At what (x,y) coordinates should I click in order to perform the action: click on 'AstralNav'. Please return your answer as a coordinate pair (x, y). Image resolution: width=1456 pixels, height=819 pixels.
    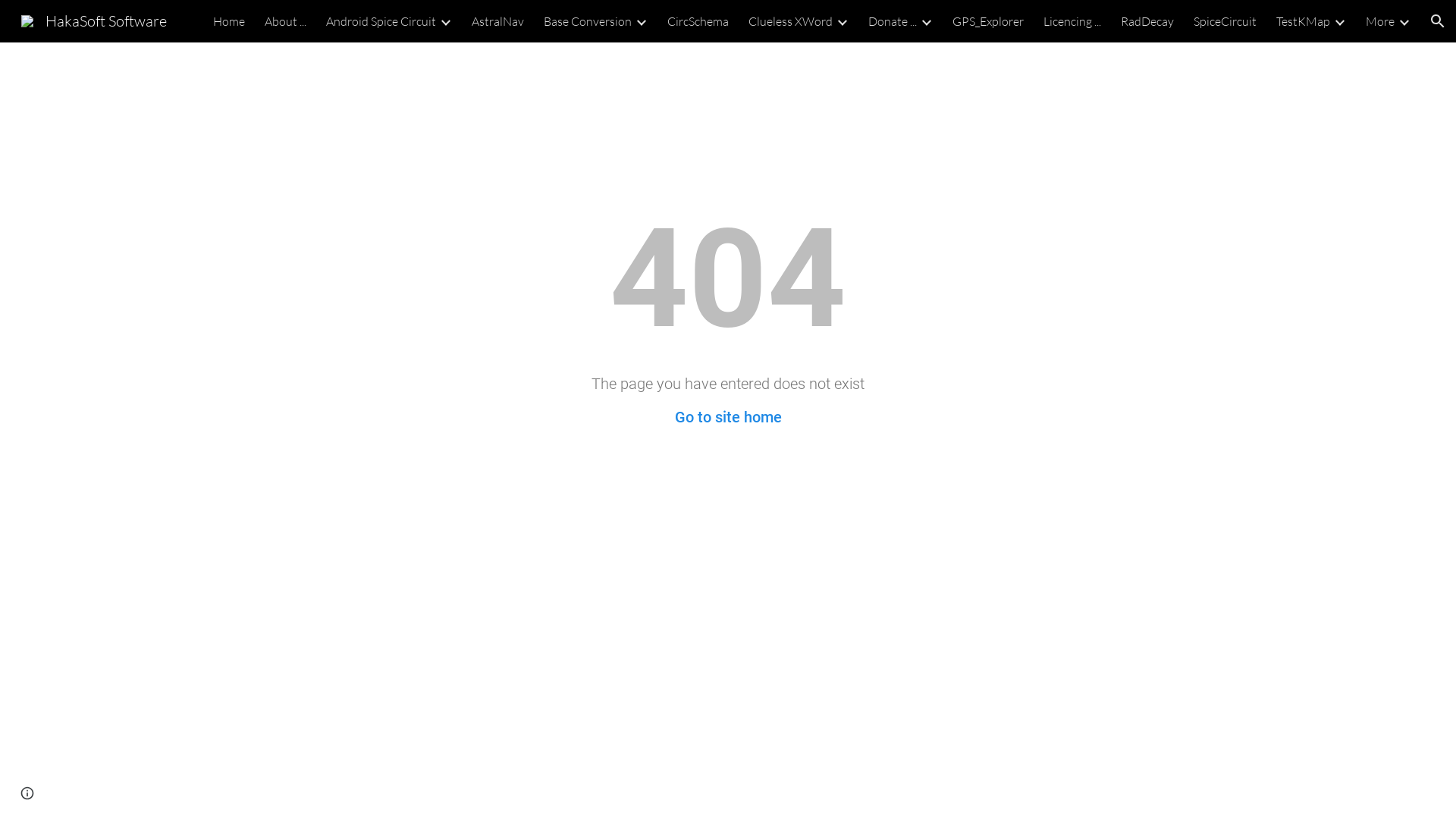
    Looking at the image, I should click on (497, 20).